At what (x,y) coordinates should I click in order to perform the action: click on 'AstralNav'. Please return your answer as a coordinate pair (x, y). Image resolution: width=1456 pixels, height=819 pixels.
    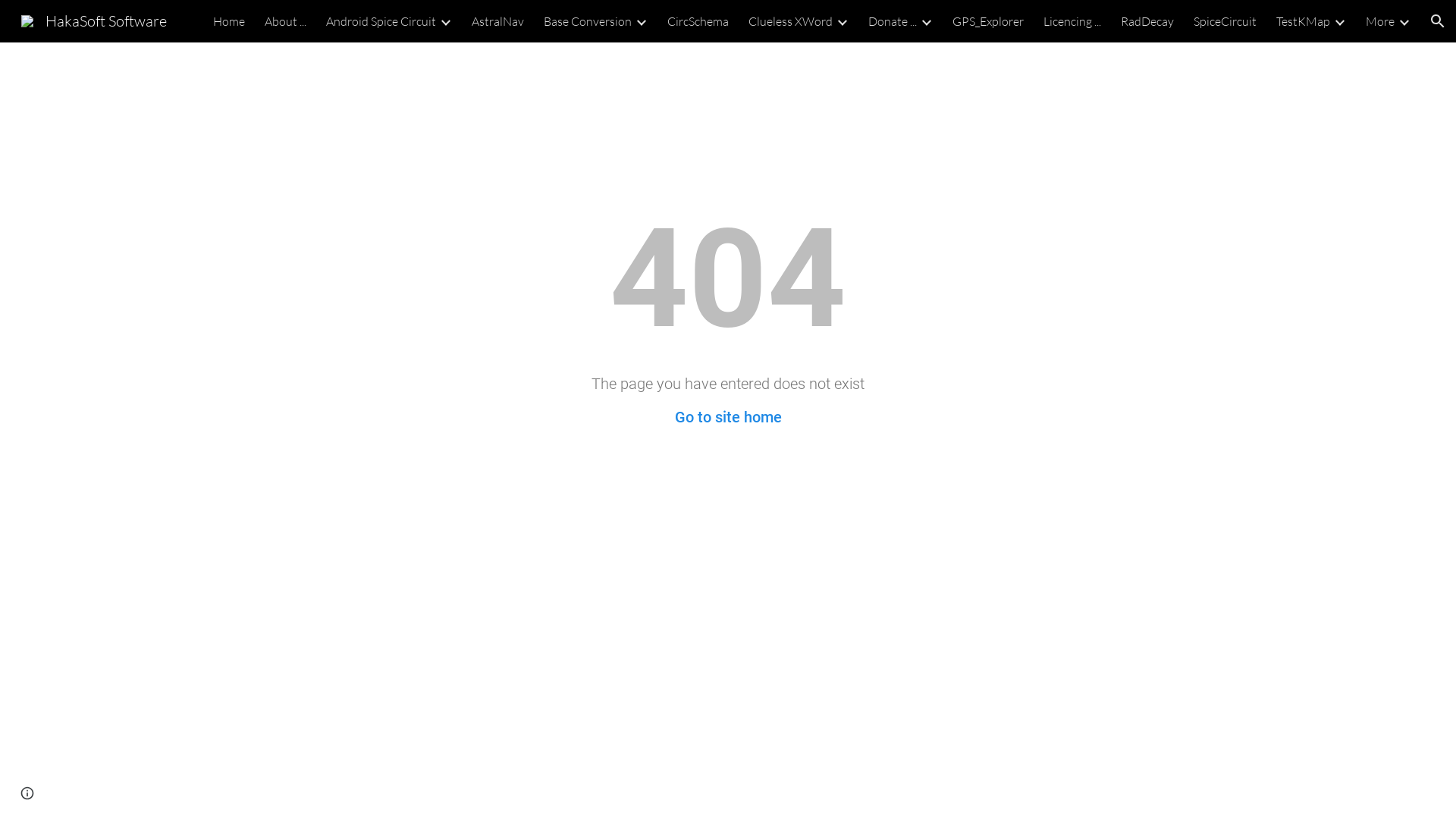
    Looking at the image, I should click on (497, 20).